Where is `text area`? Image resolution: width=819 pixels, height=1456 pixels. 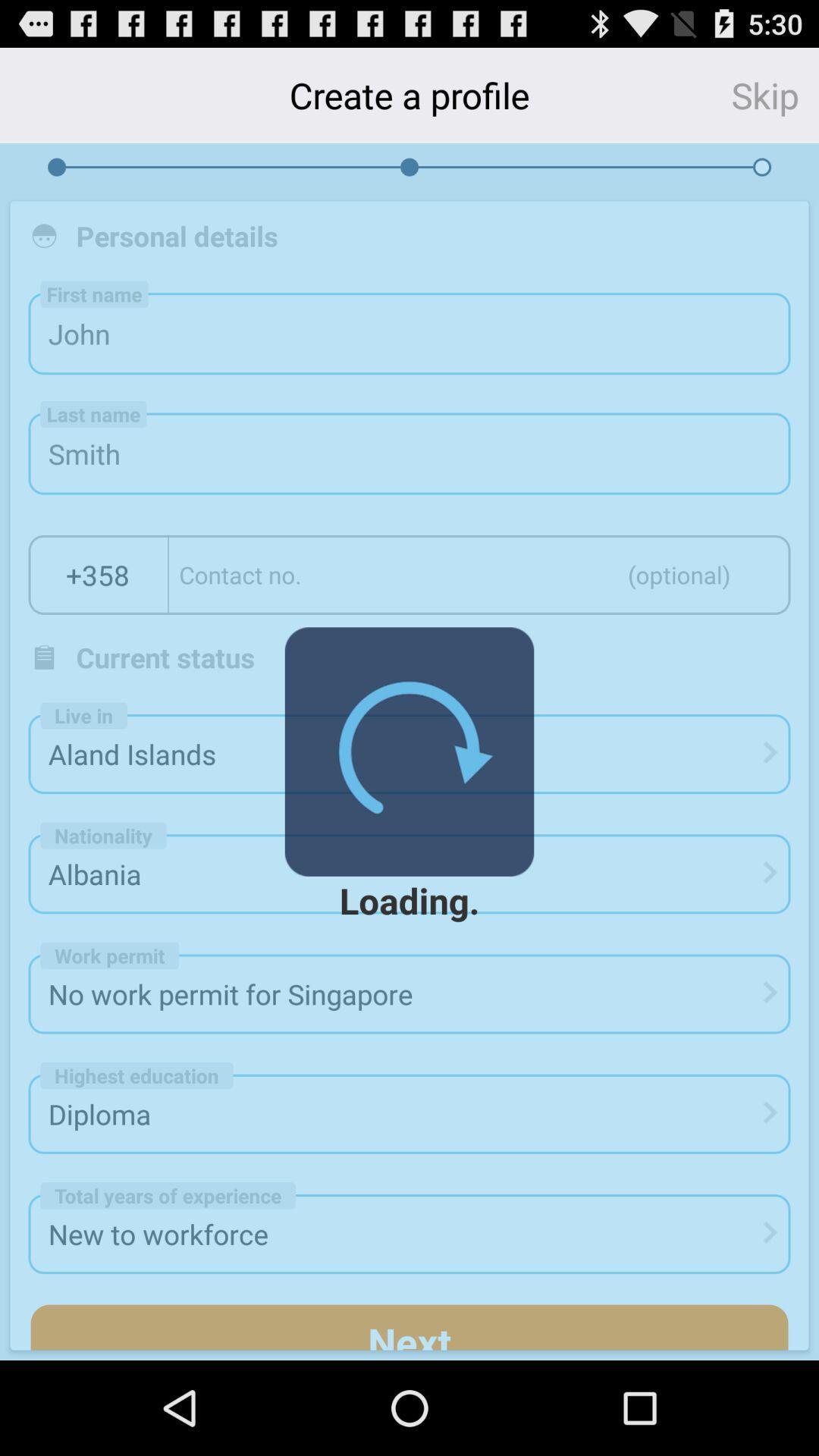 text area is located at coordinates (479, 574).